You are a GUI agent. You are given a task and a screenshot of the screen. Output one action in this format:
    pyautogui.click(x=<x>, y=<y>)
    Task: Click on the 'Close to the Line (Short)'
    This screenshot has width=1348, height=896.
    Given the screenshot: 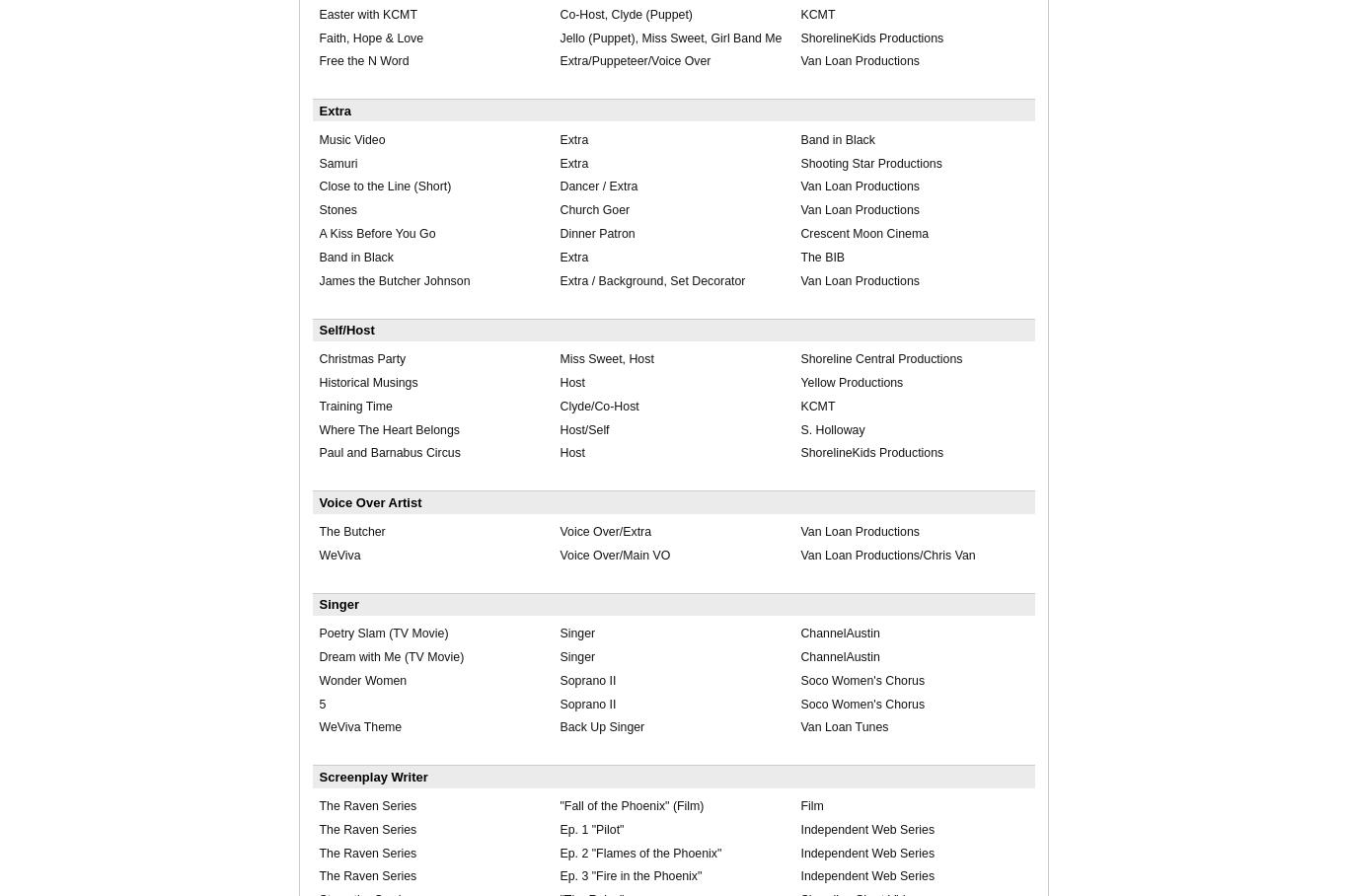 What is the action you would take?
    pyautogui.click(x=383, y=185)
    